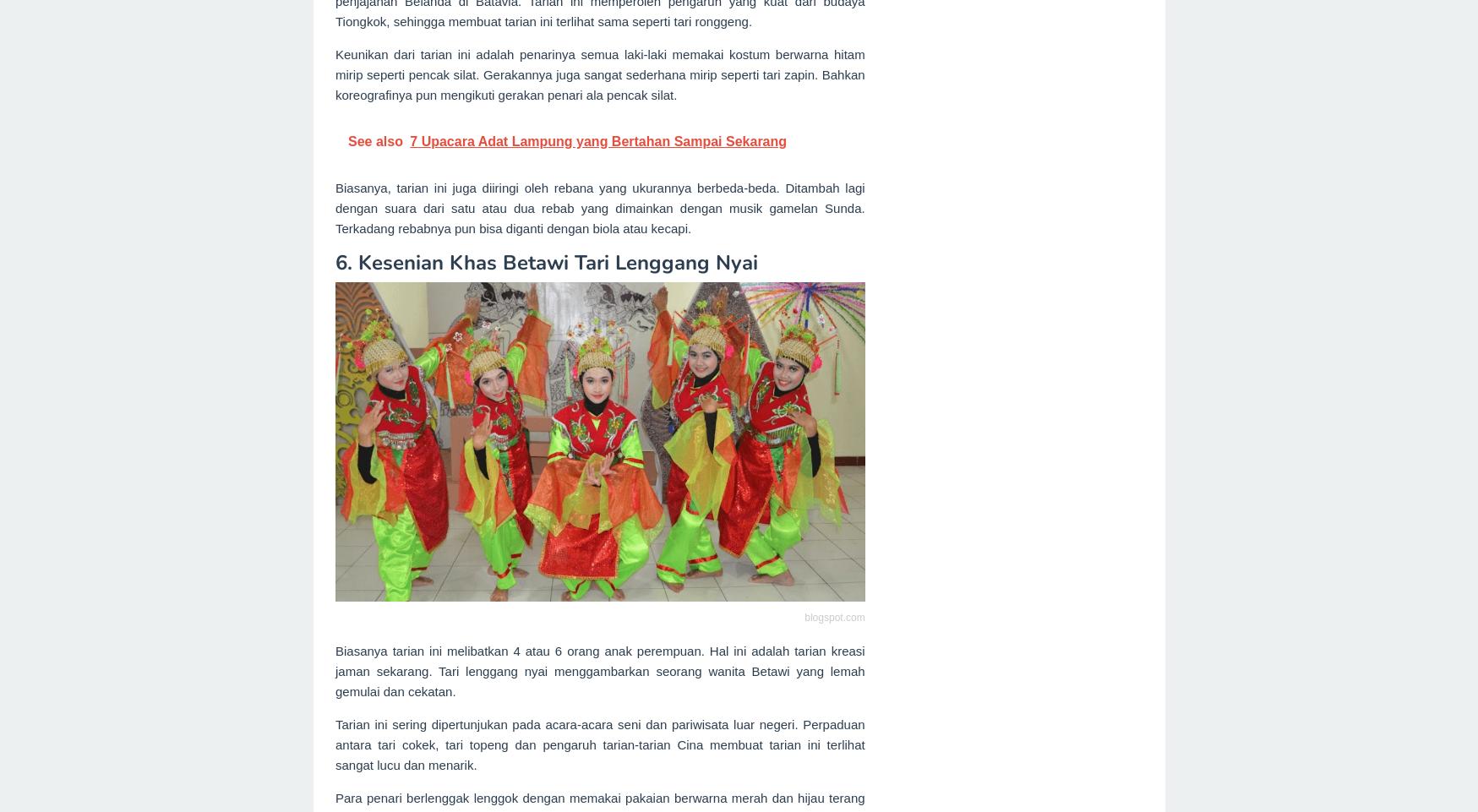  Describe the element at coordinates (597, 140) in the screenshot. I see `'7 Upacara Adat Lampung yang Bertahan Sampai Sekarang'` at that location.